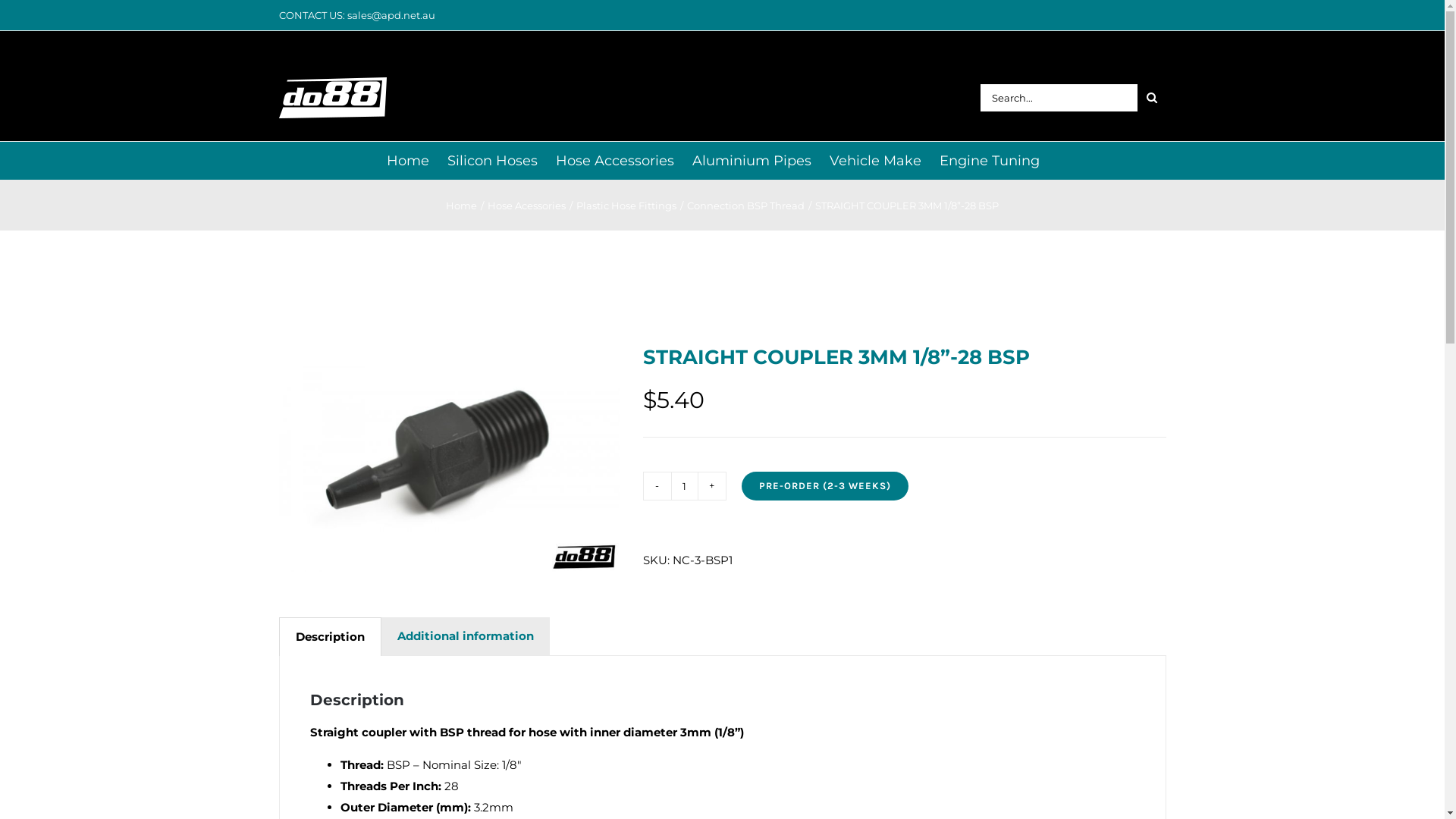 The width and height of the screenshot is (1456, 819). Describe the element at coordinates (824, 485) in the screenshot. I see `'PRE-ORDER (2-3 WEEKS)'` at that location.